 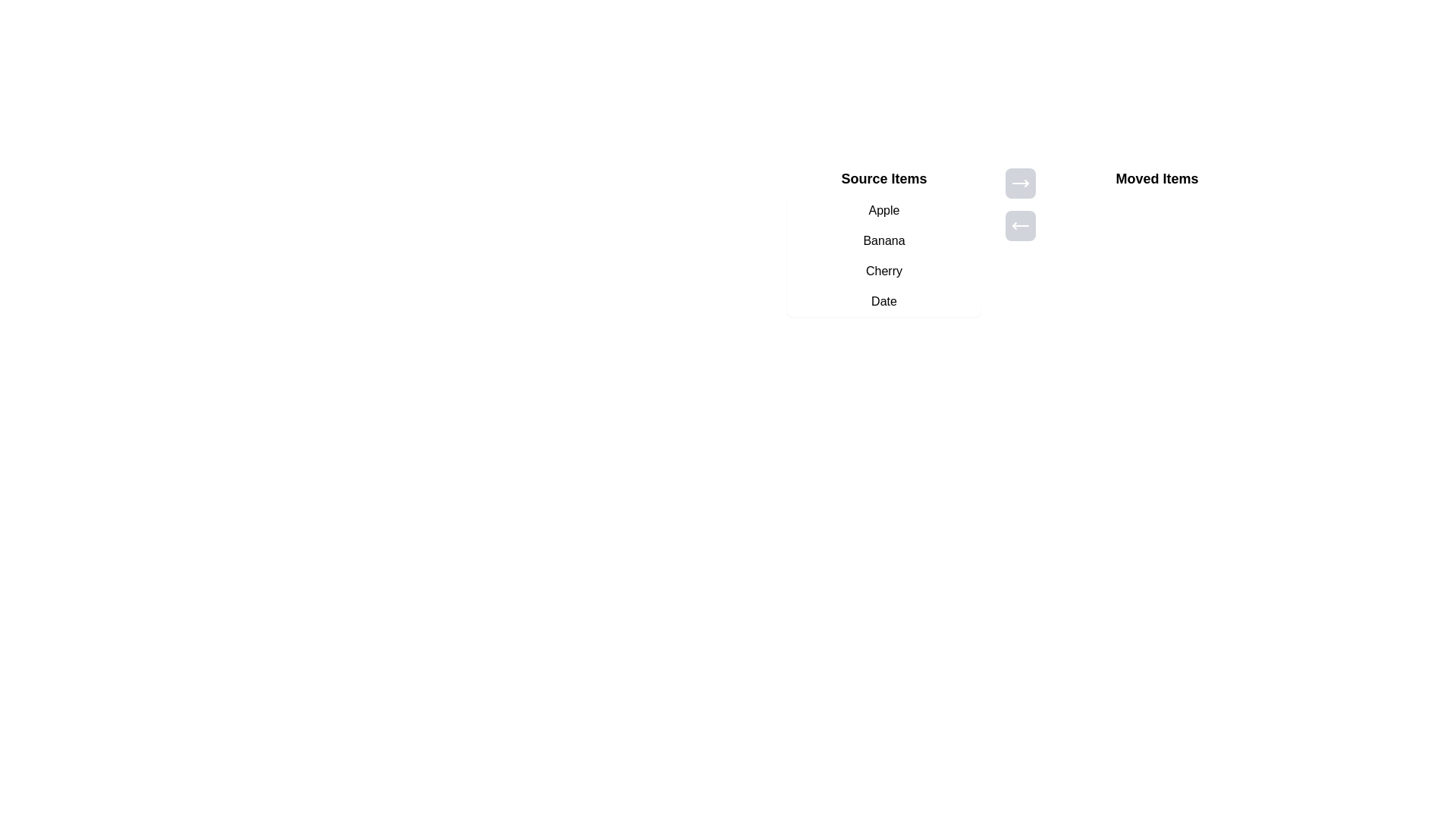 What do you see at coordinates (1020, 205) in the screenshot?
I see `the bottom button with the left-pointing arrow to move items from the 'Moved Items' list back to the 'Source Items' list` at bounding box center [1020, 205].